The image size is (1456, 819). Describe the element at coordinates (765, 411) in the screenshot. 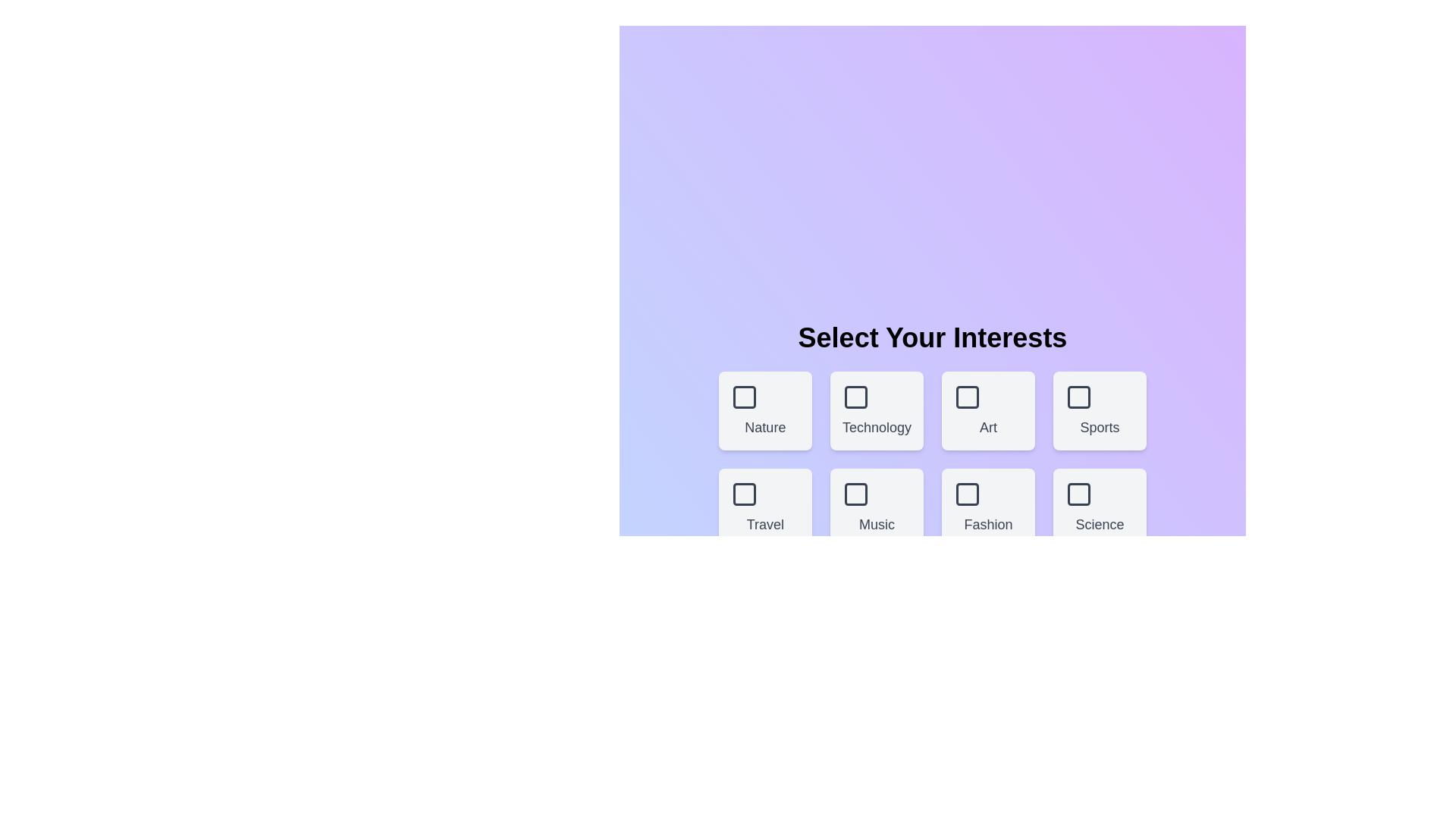

I see `the theme box labeled Nature` at that location.